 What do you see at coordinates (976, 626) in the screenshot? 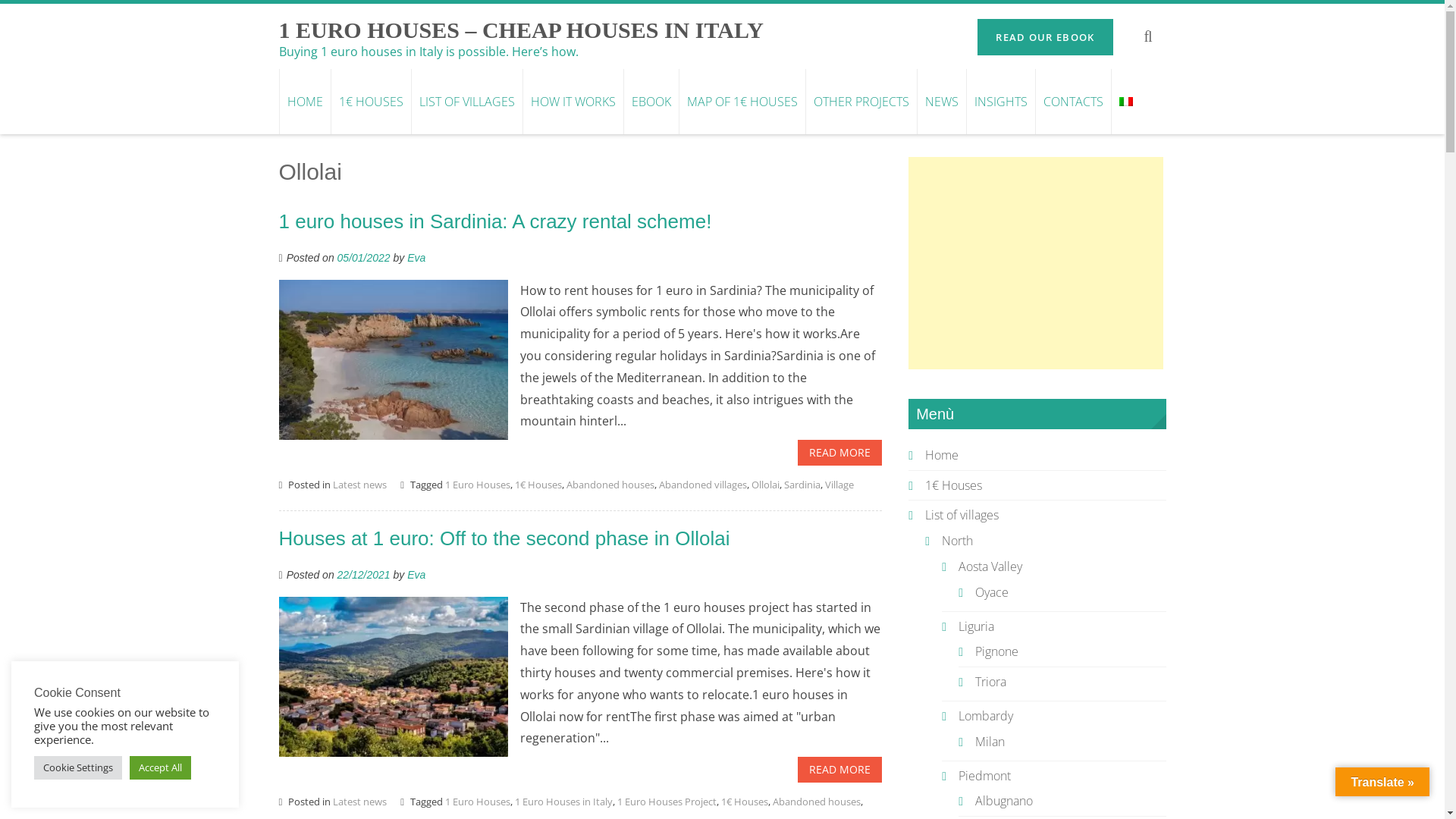
I see `'Liguria'` at bounding box center [976, 626].